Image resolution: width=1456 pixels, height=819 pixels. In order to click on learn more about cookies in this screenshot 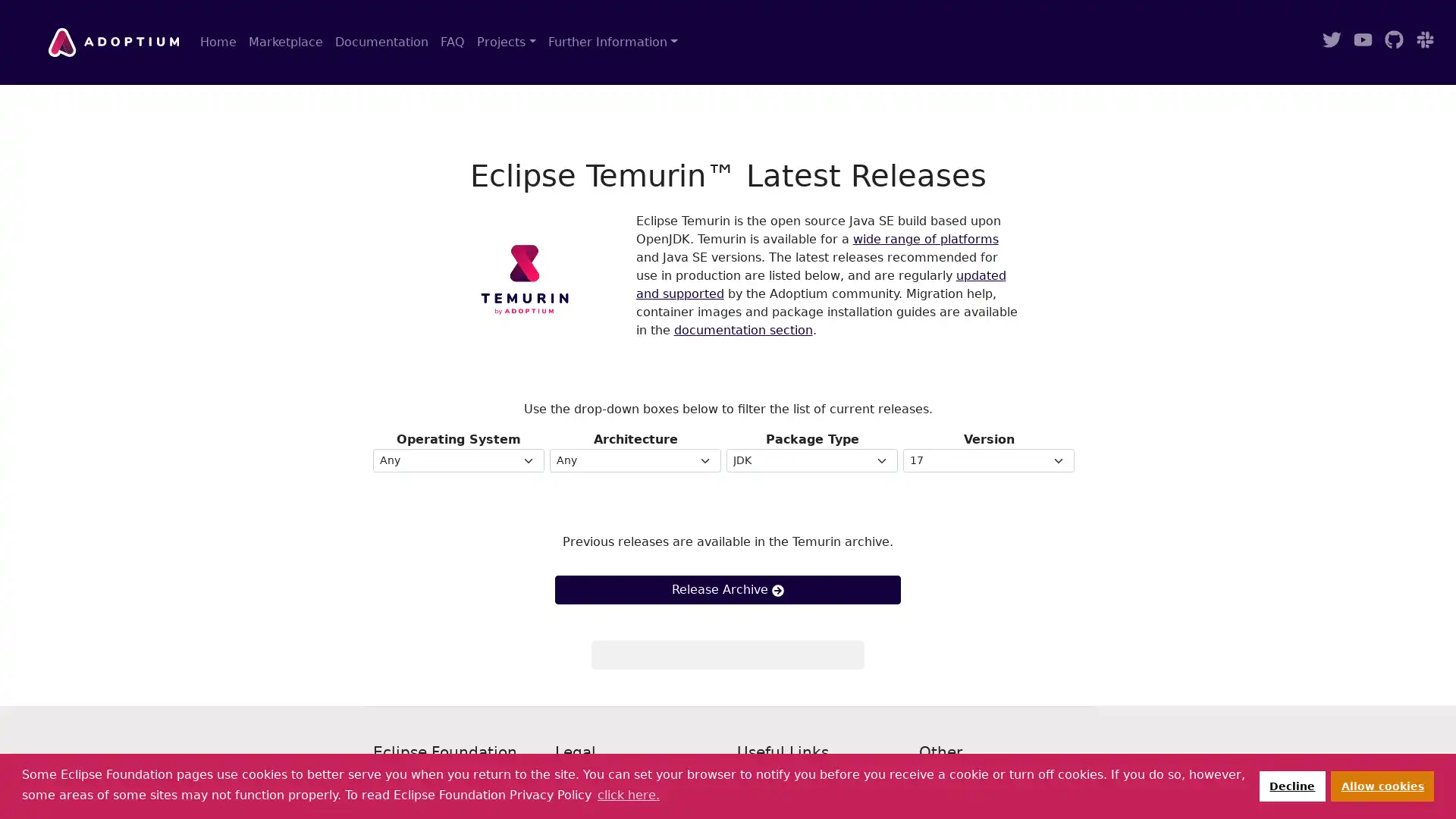, I will do `click(628, 794)`.